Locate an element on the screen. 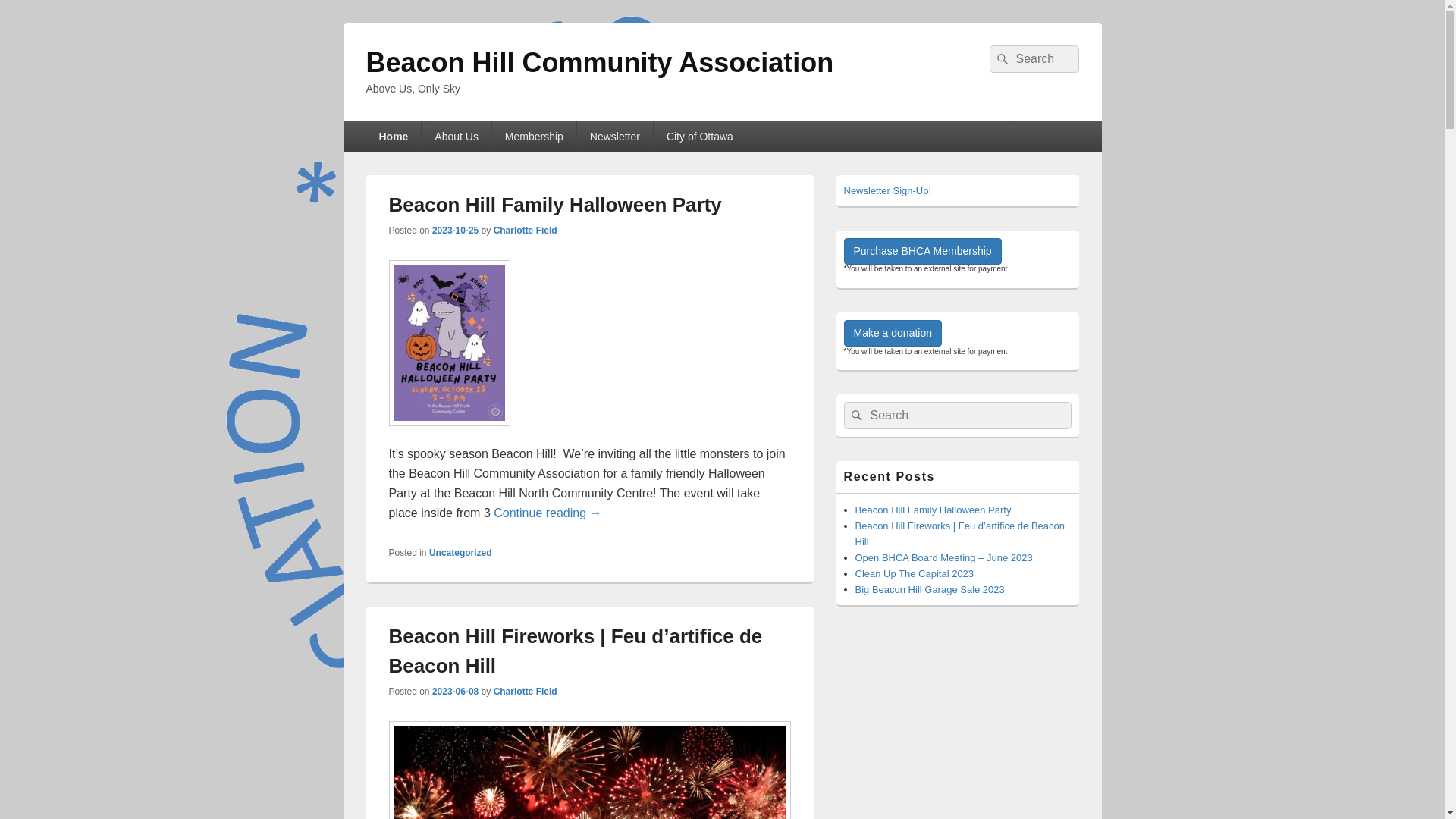  'Make a donation' is located at coordinates (892, 332).